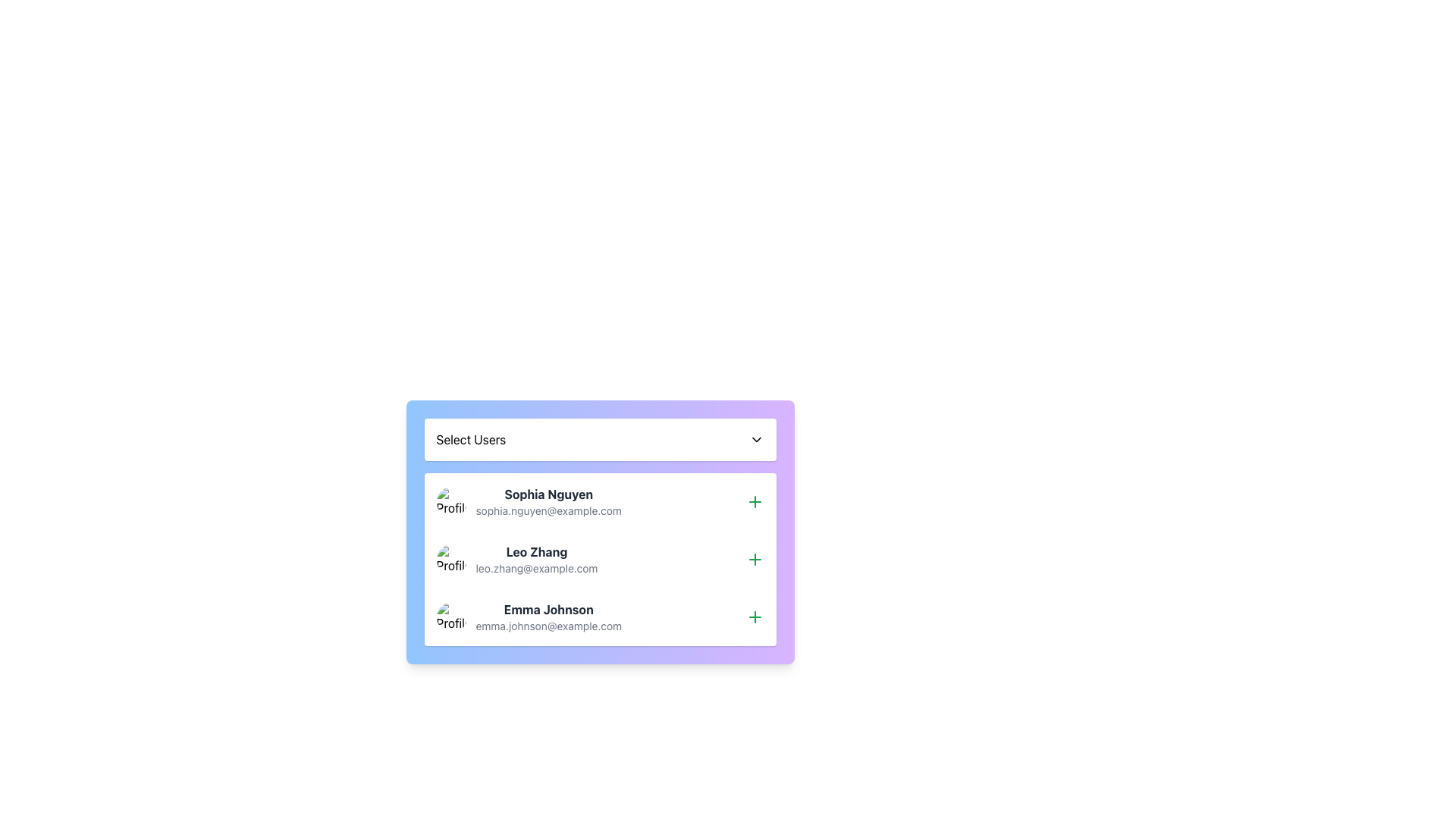  I want to click on the text label displaying 'Leo Zhang' in bold dark gray font, located in the second user card of the selection list, above the email address 'leo.zhang@example.com', so click(536, 552).